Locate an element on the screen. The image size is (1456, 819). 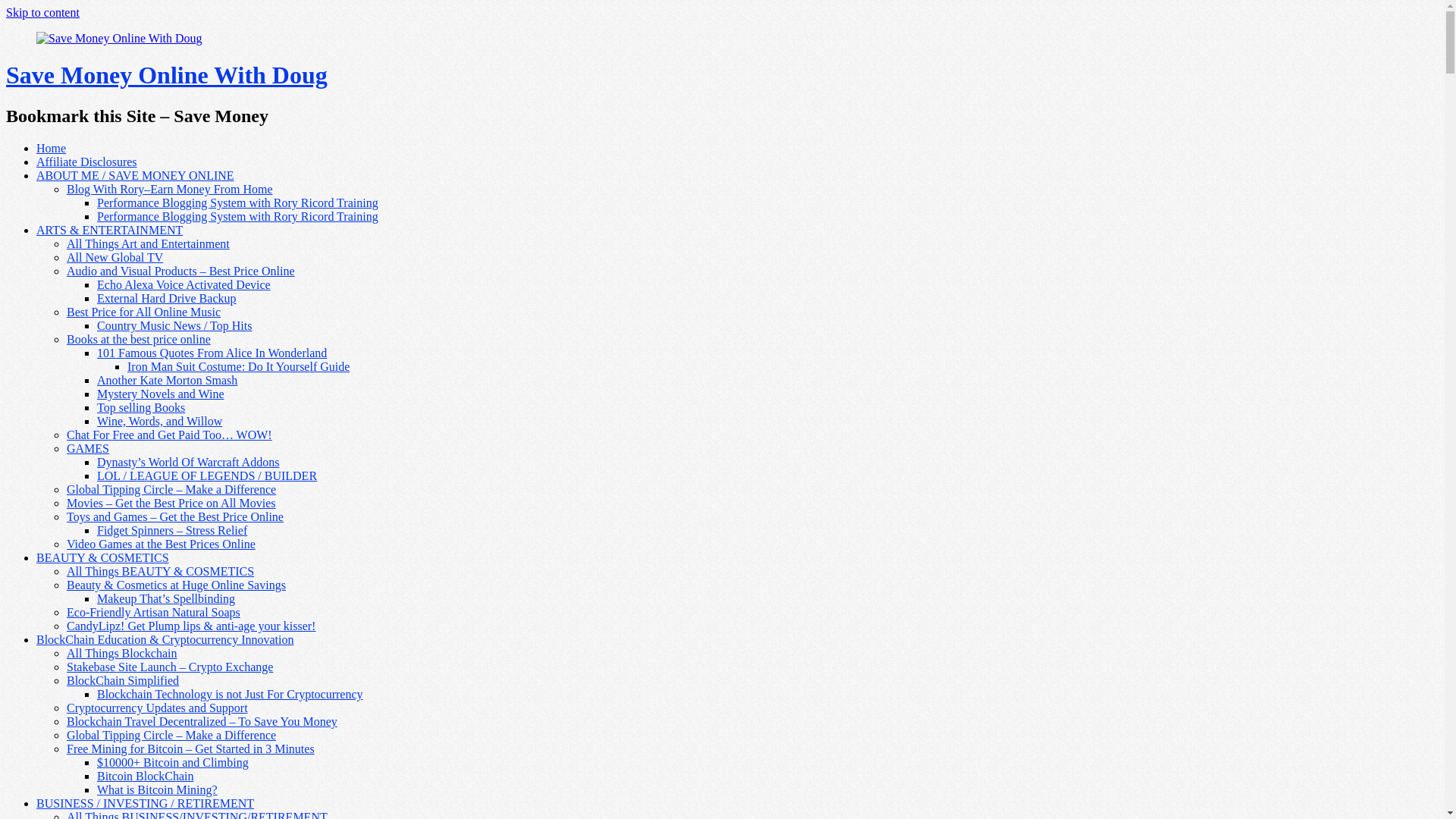
'BlockChain Simplified' is located at coordinates (123, 679).